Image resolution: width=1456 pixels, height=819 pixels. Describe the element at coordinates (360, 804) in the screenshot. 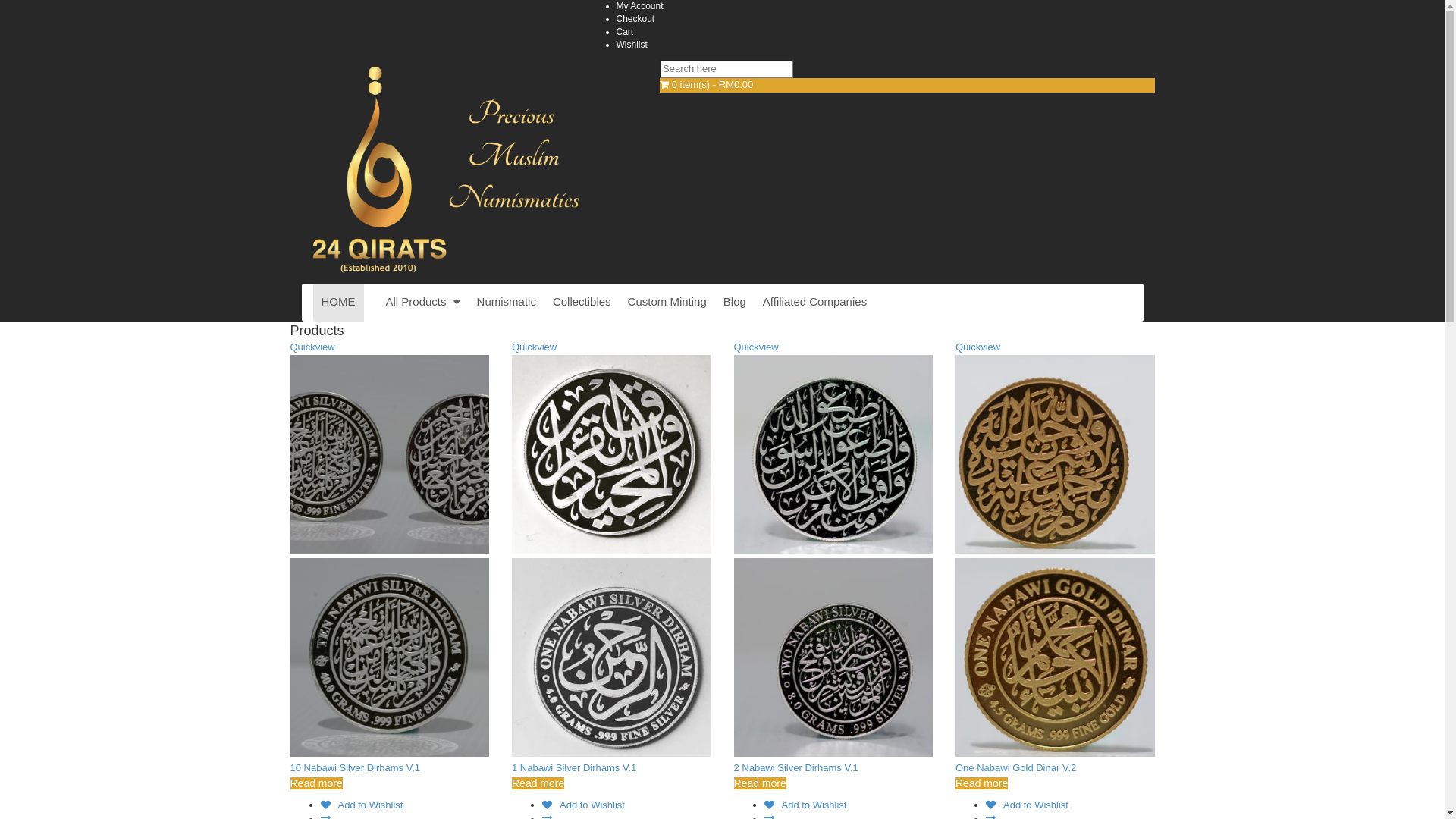

I see `'Add to Wishlist'` at that location.